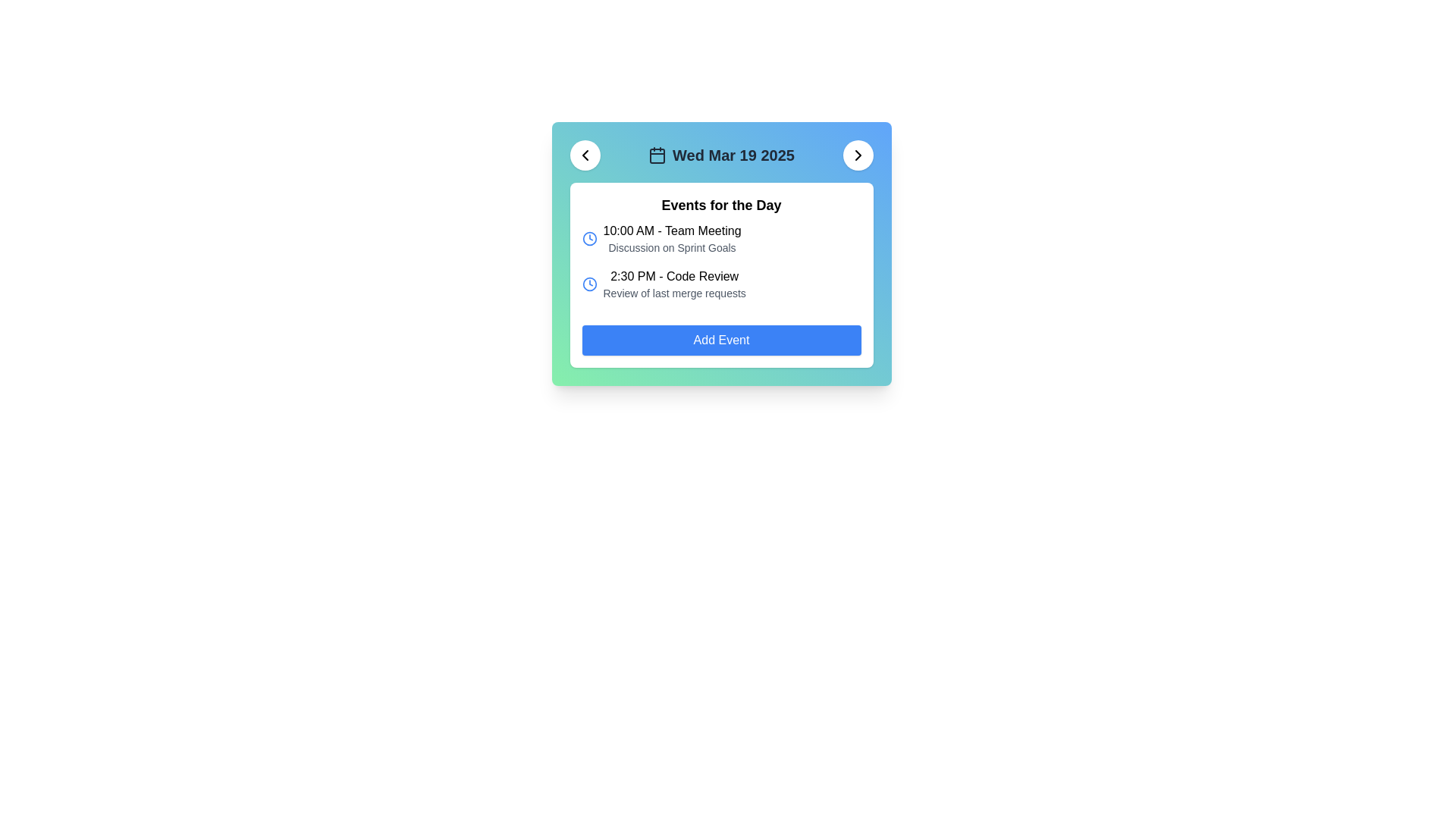 This screenshot has height=819, width=1456. What do you see at coordinates (588, 239) in the screenshot?
I see `the clock icon, which has a blue circular outline and is positioned to the left of the text '10:00 AM - Team Meeting Discussion on Sprint Goals'` at bounding box center [588, 239].